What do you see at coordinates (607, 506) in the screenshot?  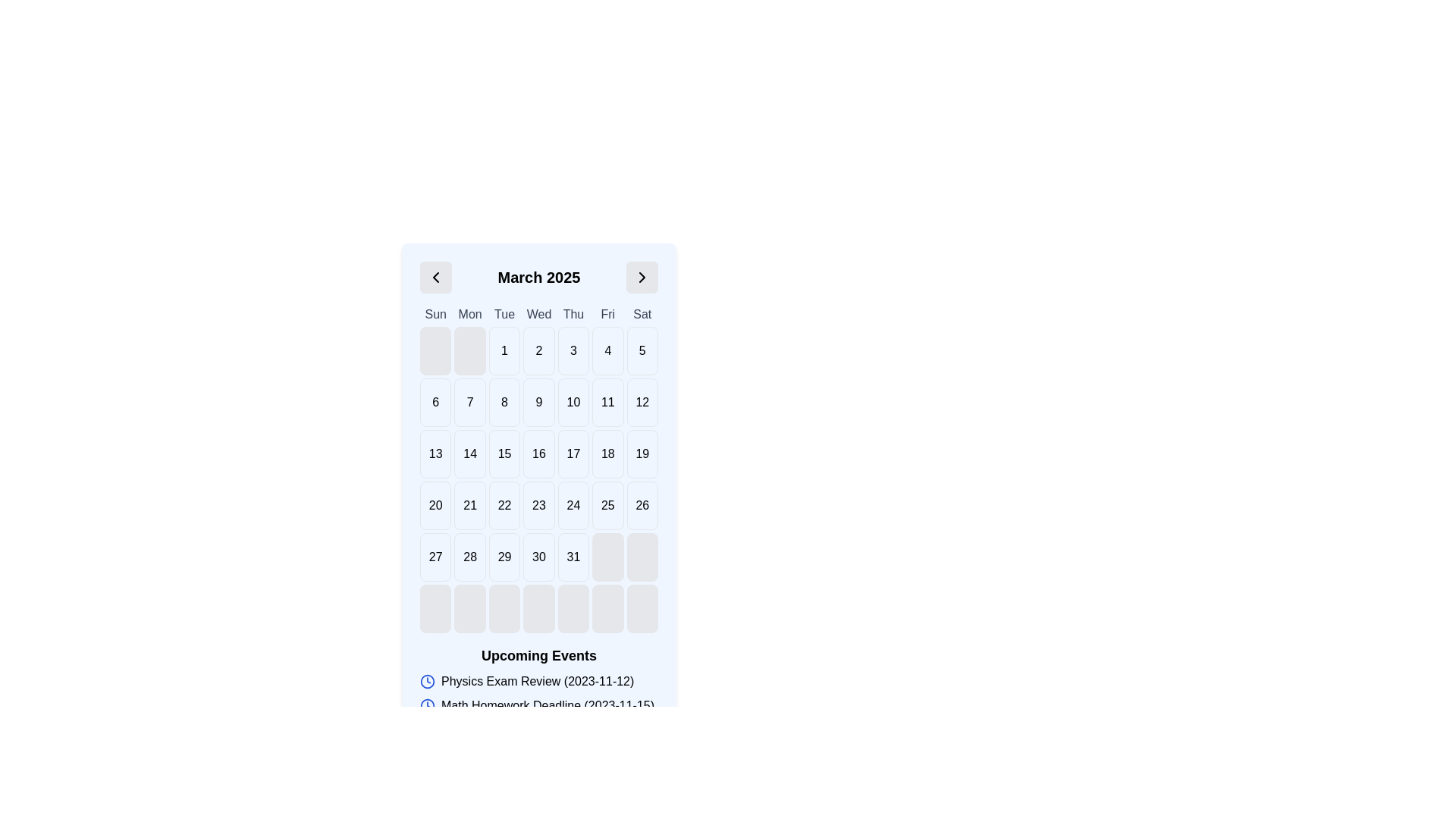 I see `the rectangular date selector button containing the number '25' in the calendar layout` at bounding box center [607, 506].